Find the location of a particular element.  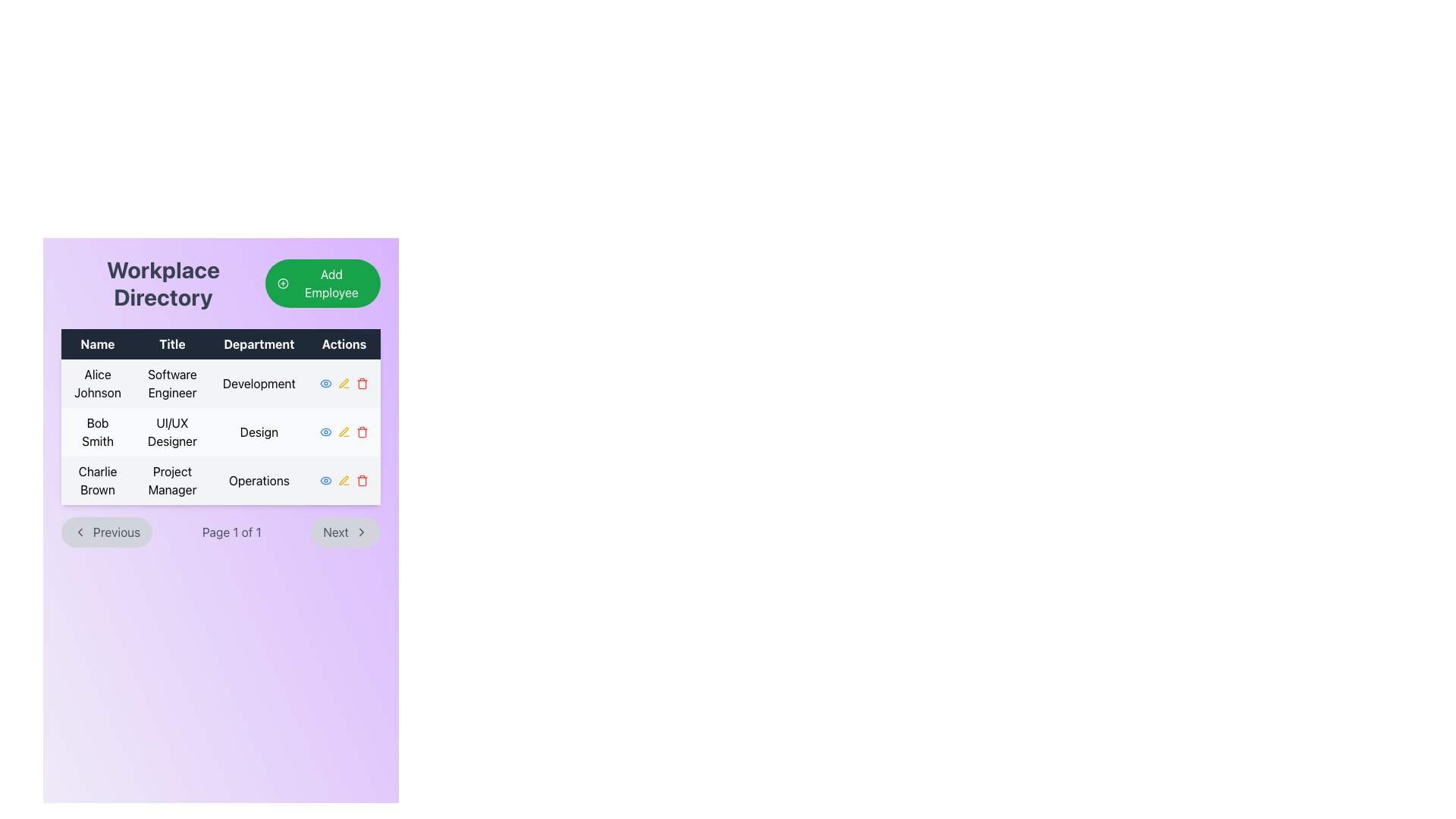

the blue eye icon representing visibility in the Actions column for Bob Smith is located at coordinates (325, 432).